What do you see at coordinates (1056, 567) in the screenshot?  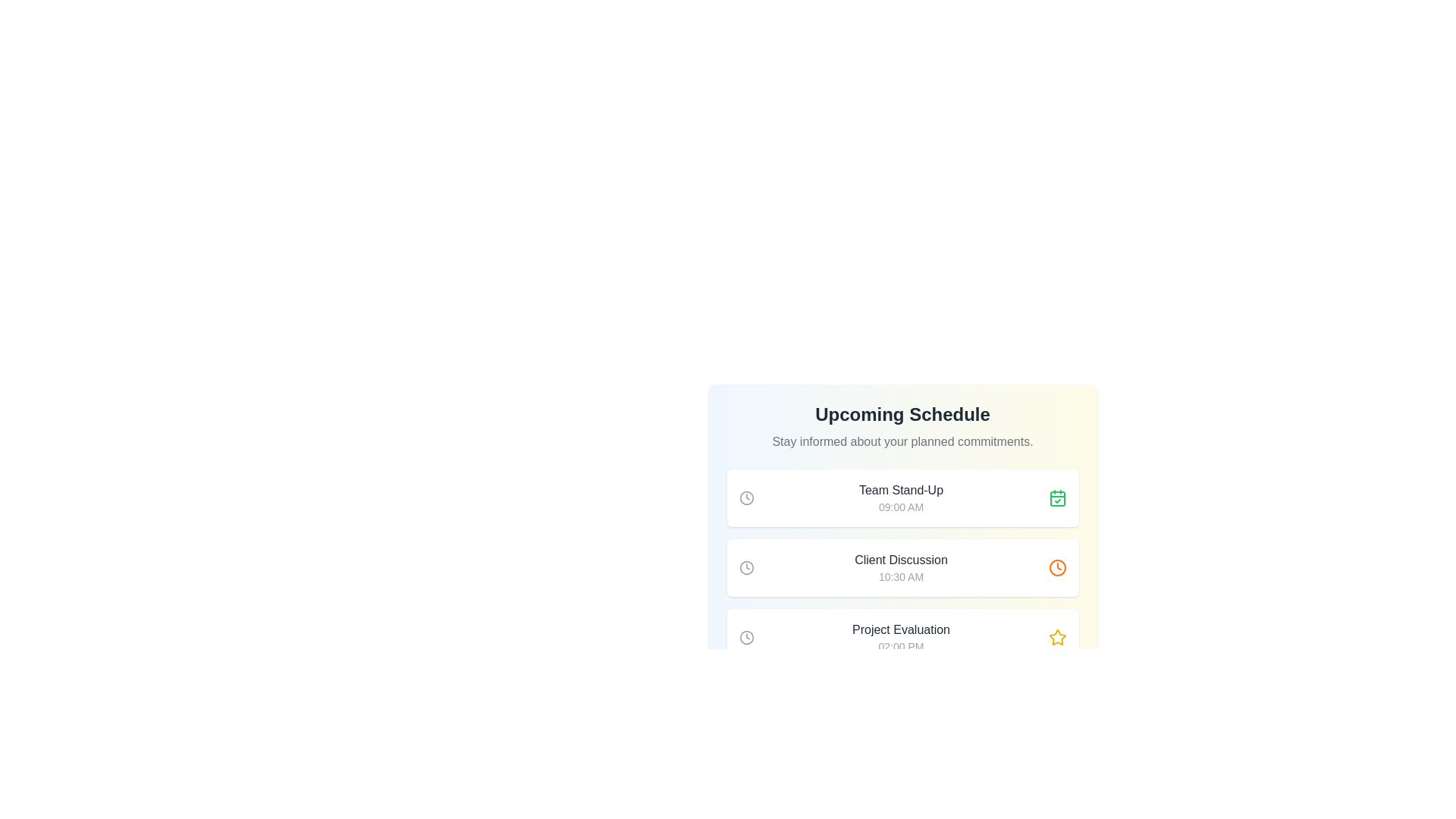 I see `the circular part of the clock icon next to the 'Client Discussion' entry in the schedule list` at bounding box center [1056, 567].